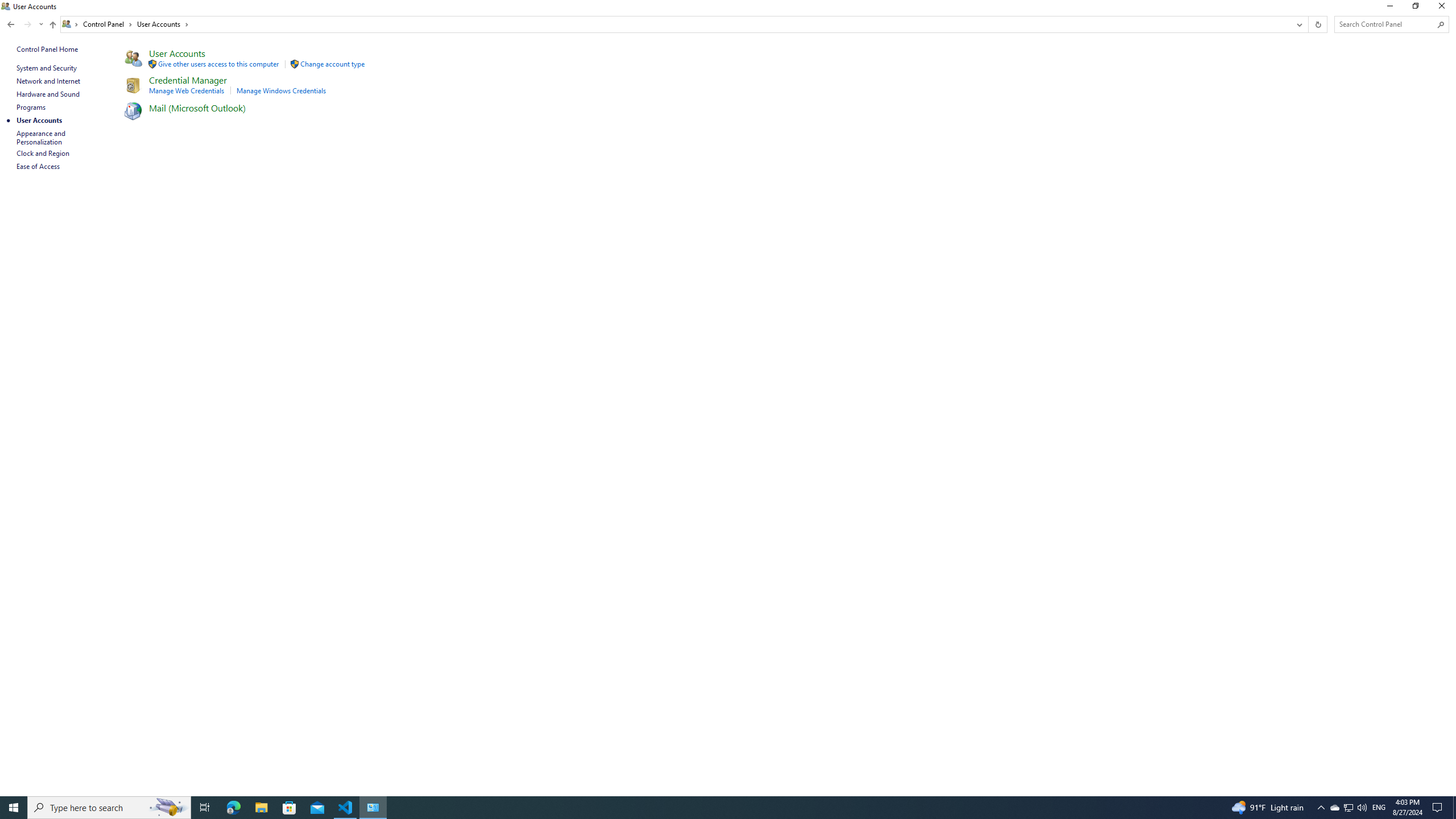 This screenshot has height=819, width=1456. What do you see at coordinates (42, 152) in the screenshot?
I see `'Clock and Region'` at bounding box center [42, 152].